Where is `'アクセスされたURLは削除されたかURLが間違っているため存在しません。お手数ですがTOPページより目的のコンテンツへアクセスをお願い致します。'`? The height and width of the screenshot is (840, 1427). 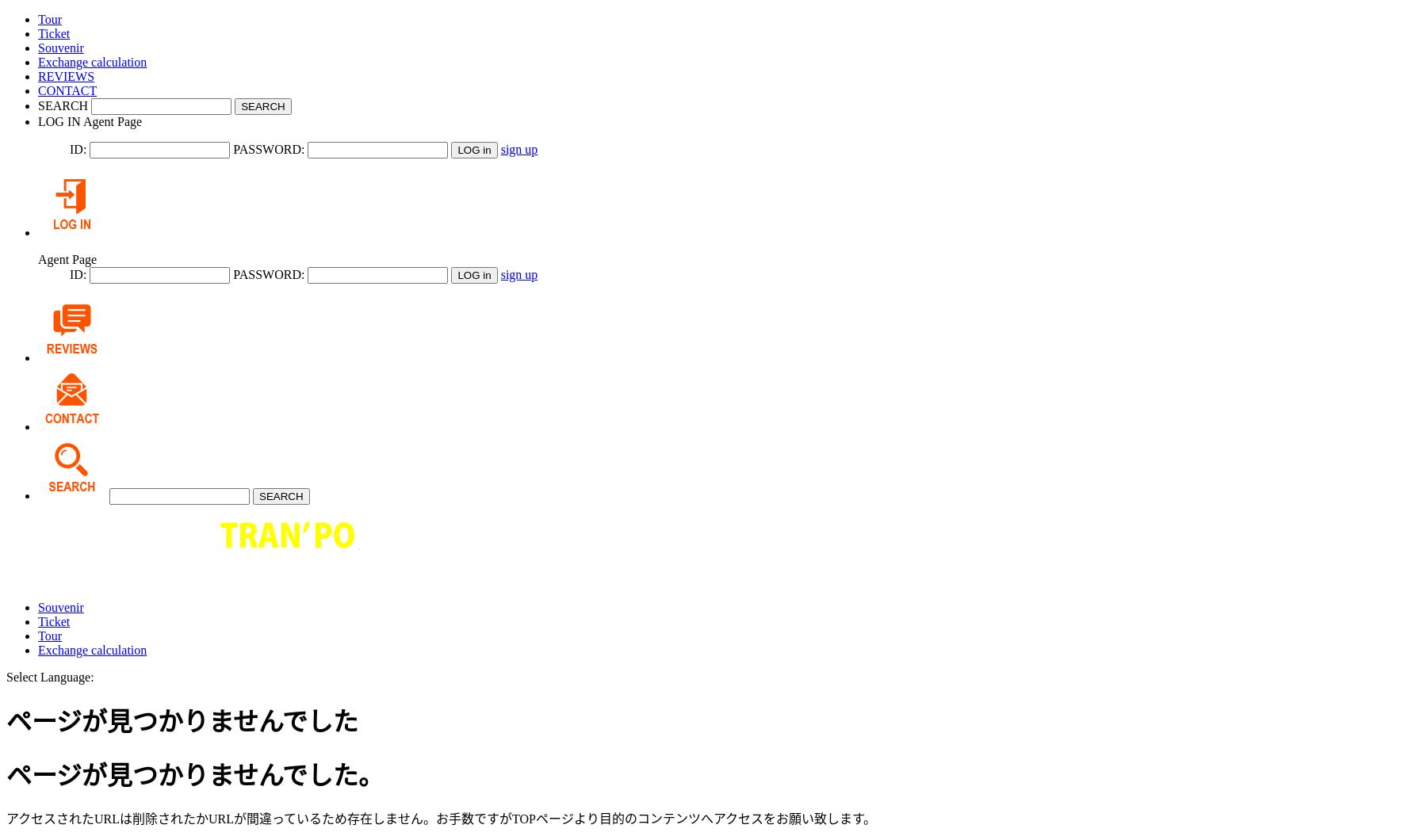 'アクセスされたURLは削除されたかURLが間違っているため存在しません。お手数ですがTOPページより目的のコンテンツへアクセスをお願い致します。' is located at coordinates (440, 818).